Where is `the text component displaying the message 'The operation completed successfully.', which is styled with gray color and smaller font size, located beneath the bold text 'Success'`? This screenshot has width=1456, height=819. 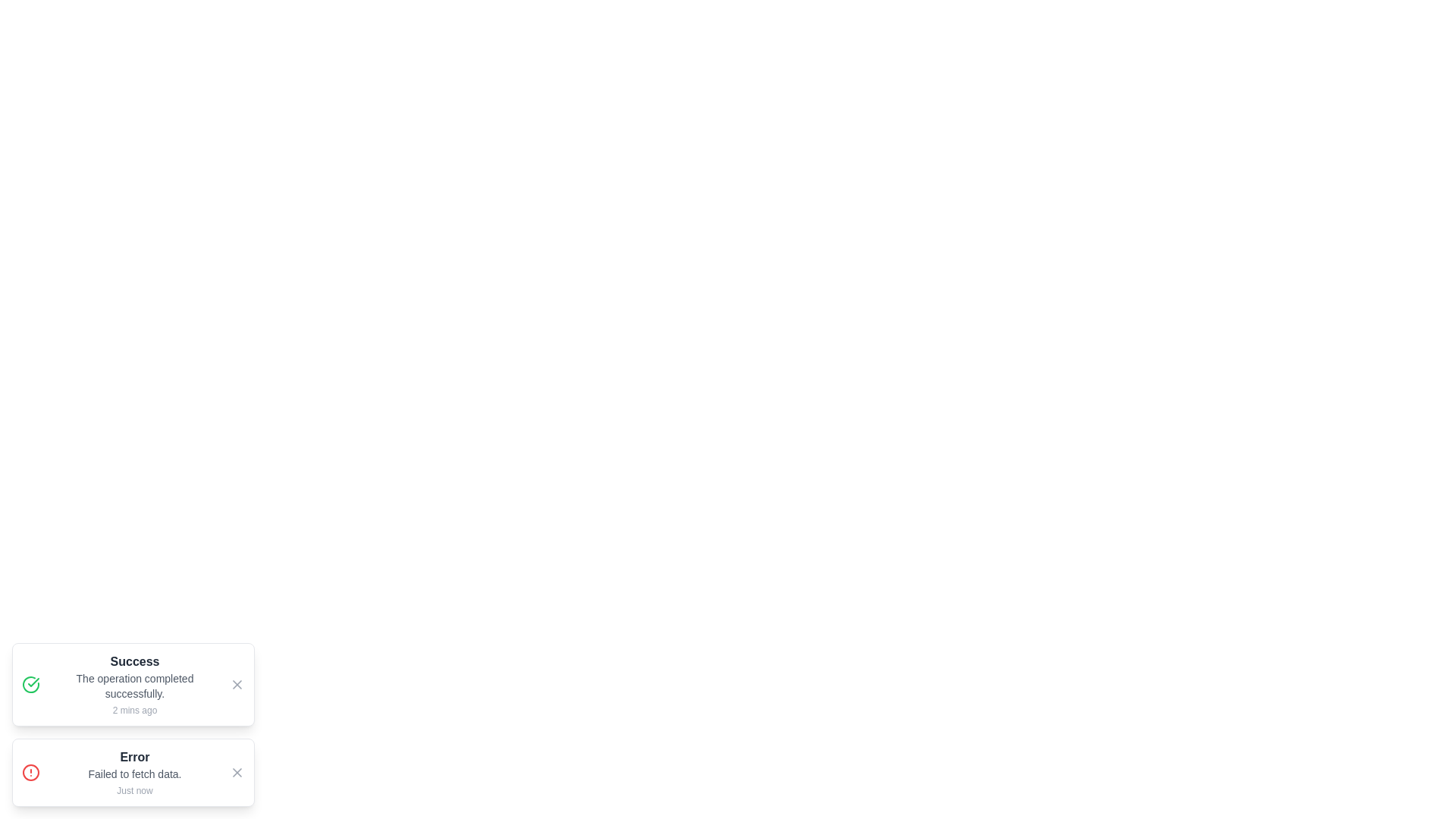 the text component displaying the message 'The operation completed successfully.', which is styled with gray color and smaller font size, located beneath the bold text 'Success' is located at coordinates (134, 686).